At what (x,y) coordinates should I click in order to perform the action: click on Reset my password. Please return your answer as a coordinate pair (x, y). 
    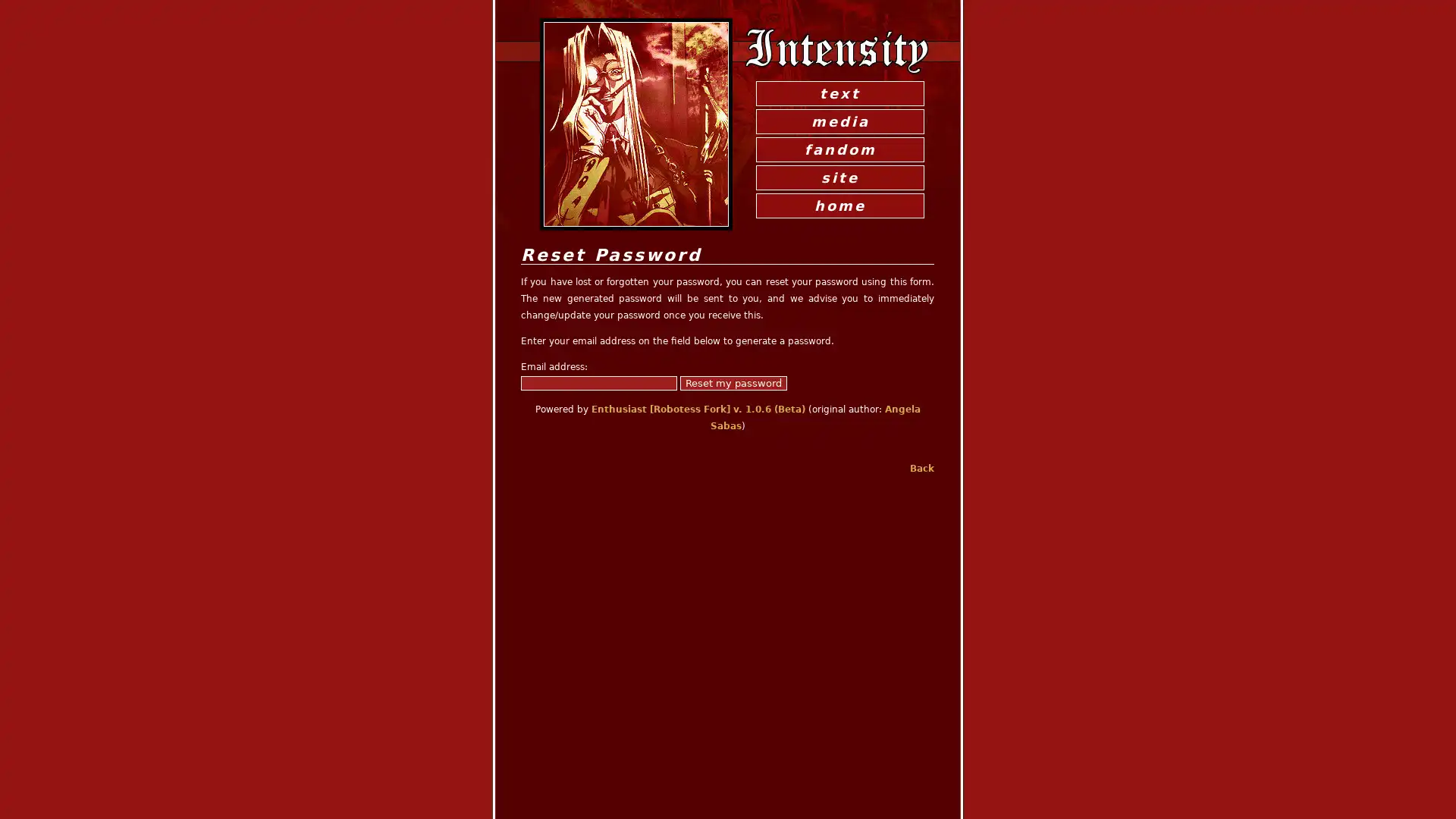
    Looking at the image, I should click on (733, 382).